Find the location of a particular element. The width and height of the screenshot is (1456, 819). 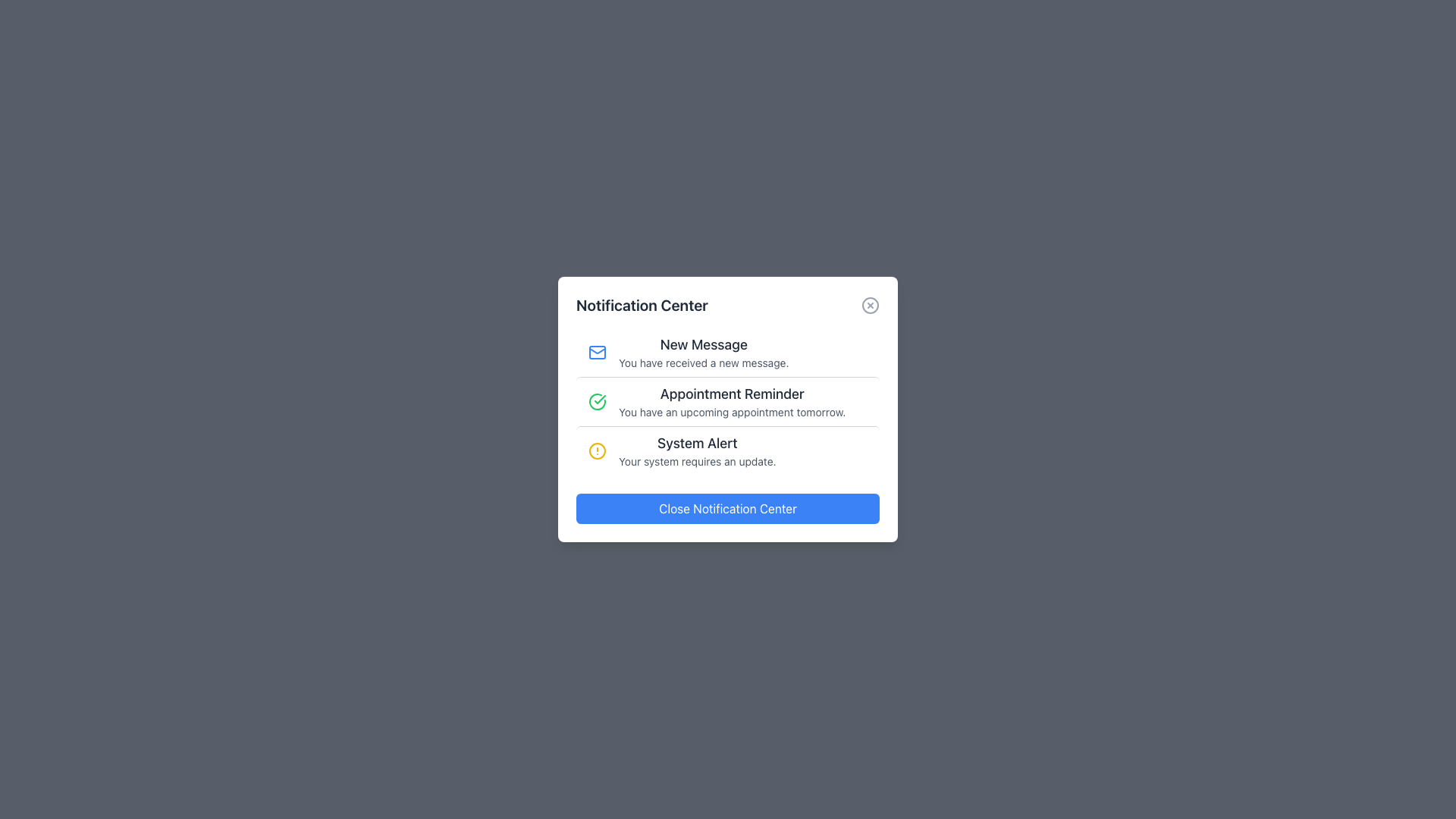

the circular icon button with a diagonal cross inside it, located in the top-right corner of the Notification Center header, next to the 'Notification Center' title is located at coordinates (870, 305).